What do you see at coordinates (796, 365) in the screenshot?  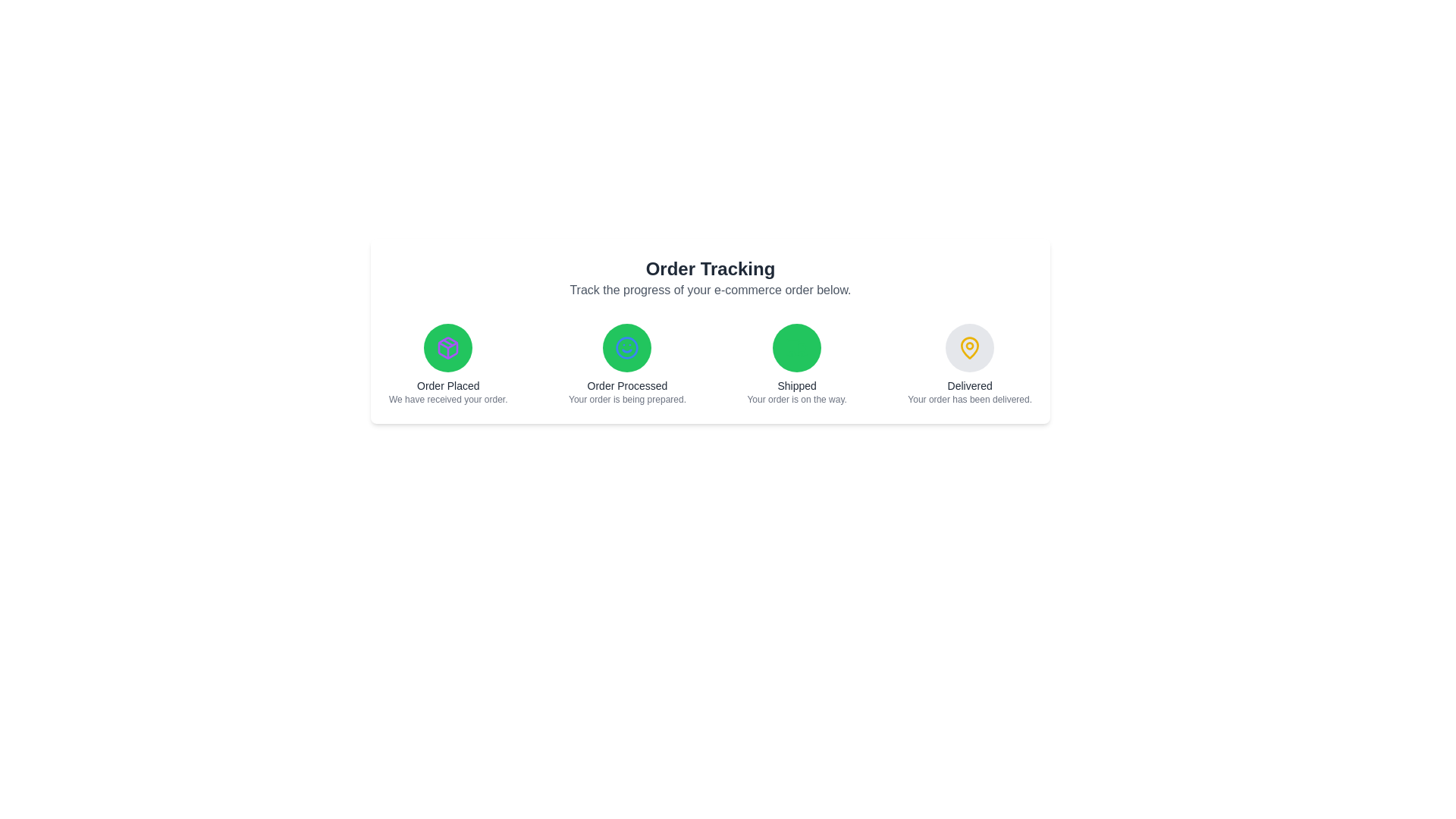 I see `the 'Shipped' stage indicator in the progress tracker, which is the third item in a four-step layout, to check the current order status information` at bounding box center [796, 365].